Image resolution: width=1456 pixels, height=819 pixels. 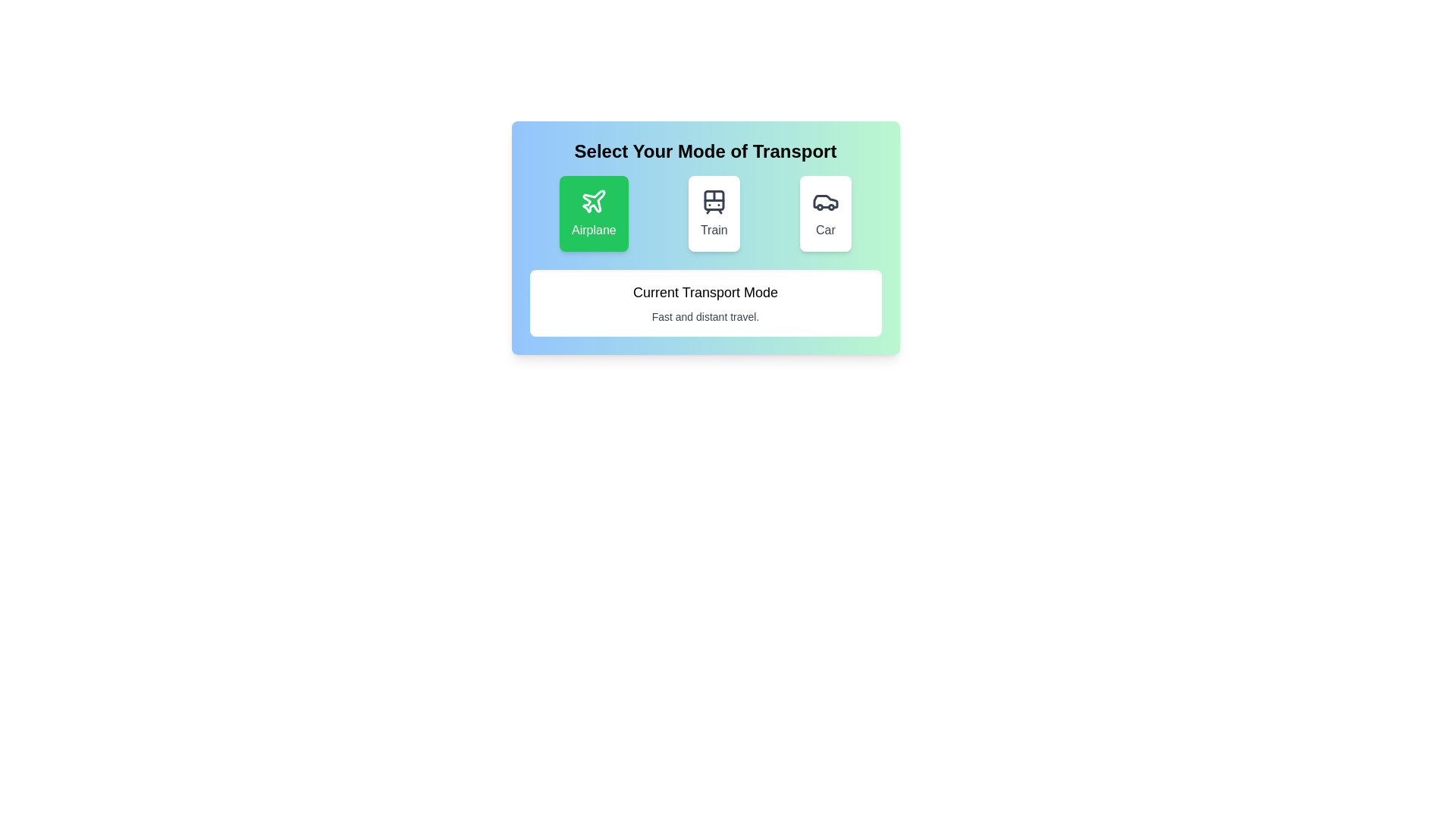 What do you see at coordinates (593, 213) in the screenshot?
I see `the transportation mode by clicking on the corresponding button for Airplane` at bounding box center [593, 213].